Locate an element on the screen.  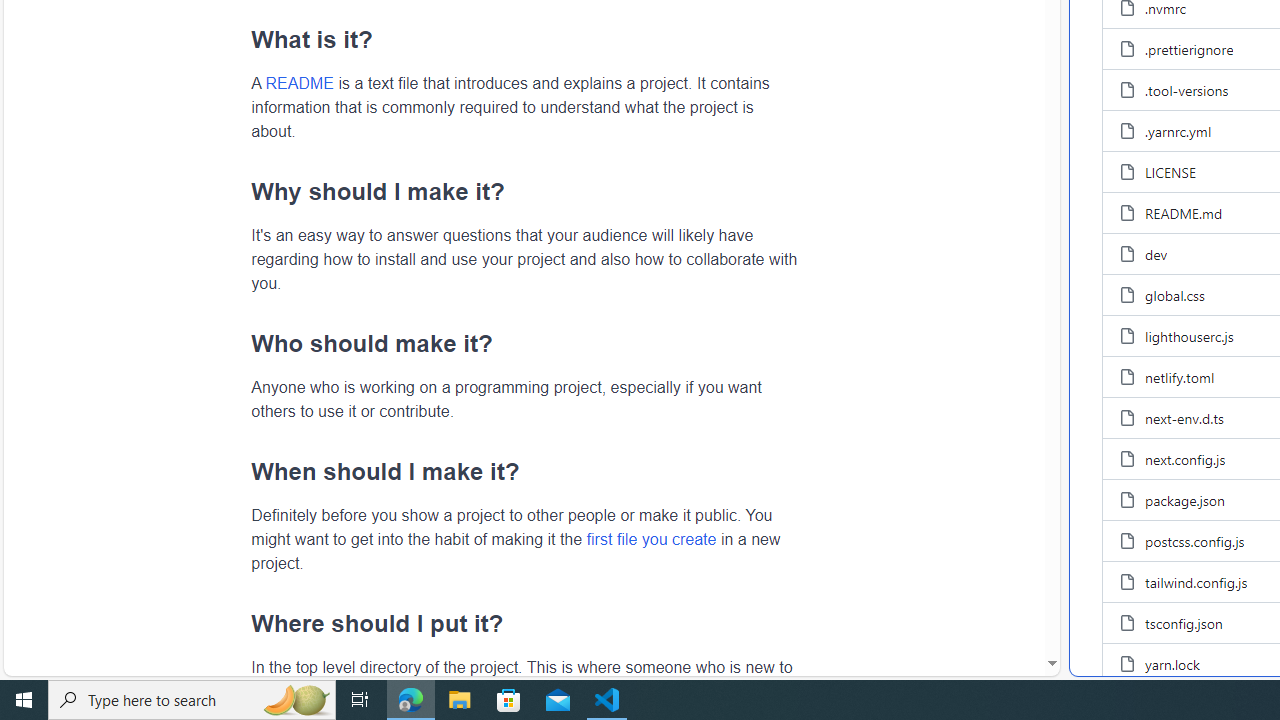
'postcss.config.js, (File)' is located at coordinates (1195, 541).